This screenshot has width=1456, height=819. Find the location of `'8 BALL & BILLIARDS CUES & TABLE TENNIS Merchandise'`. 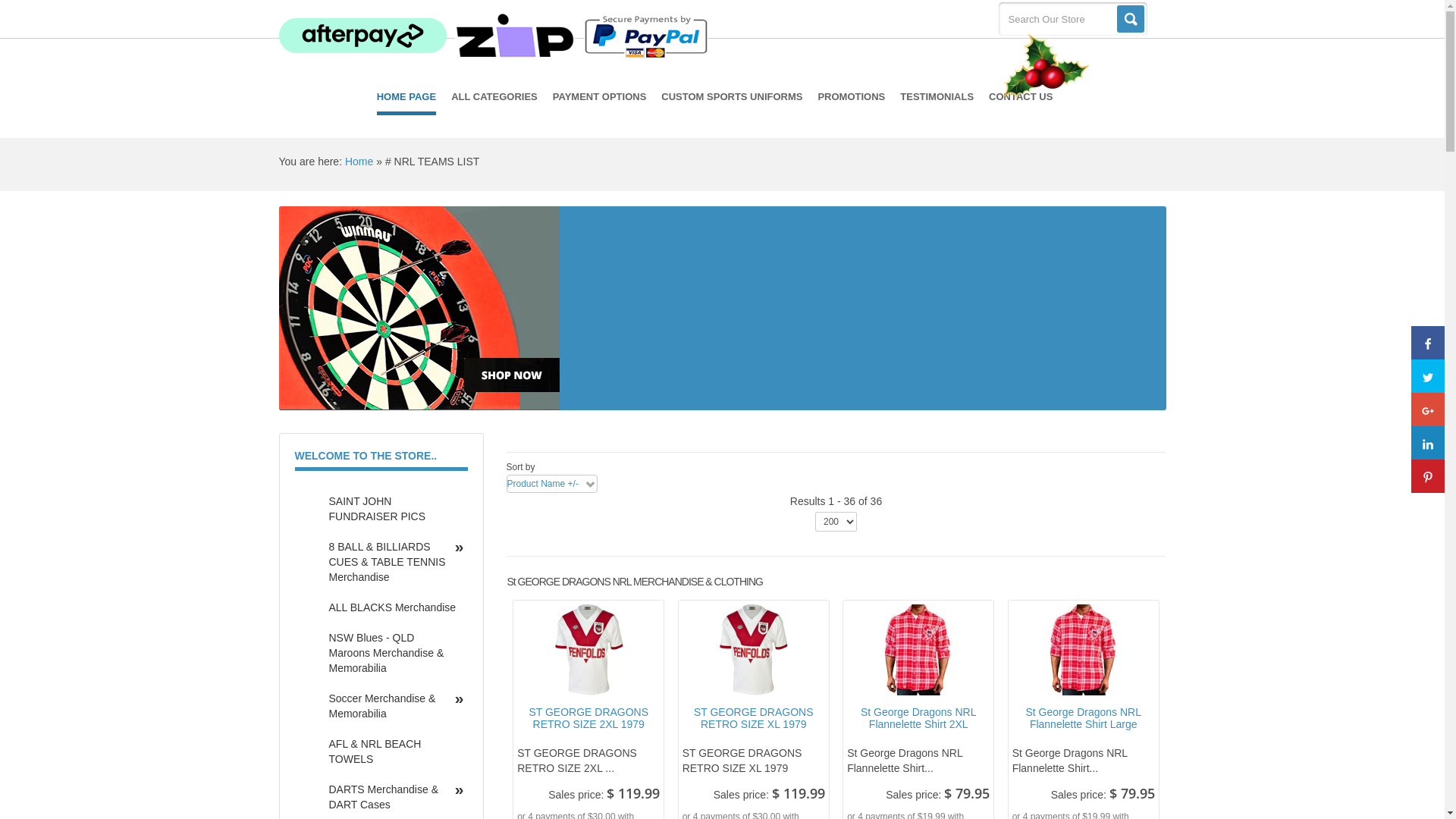

'8 BALL & BILLIARDS CUES & TABLE TENNIS Merchandise' is located at coordinates (315, 561).